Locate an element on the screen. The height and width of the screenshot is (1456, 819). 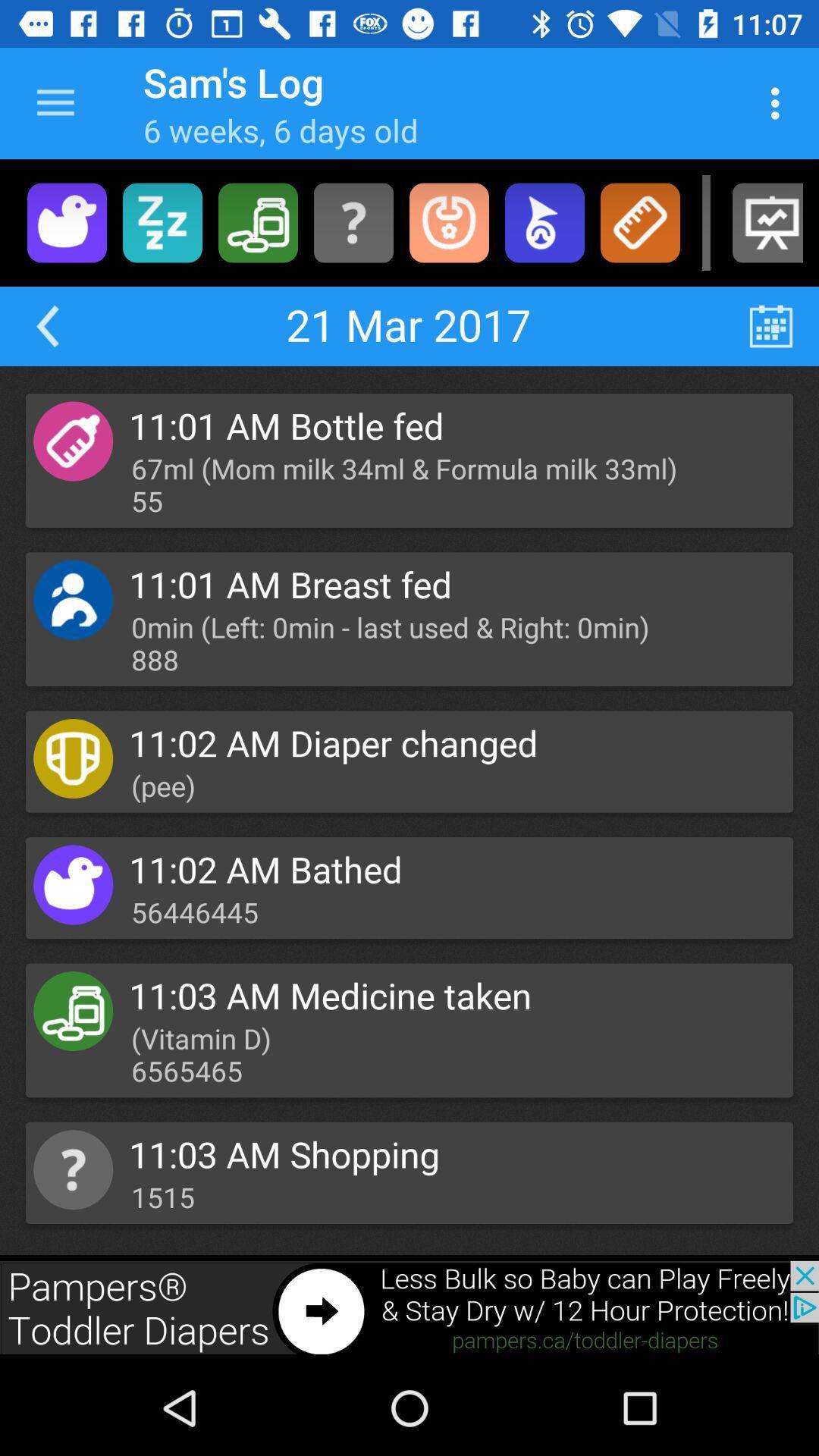
sleep is located at coordinates (162, 221).